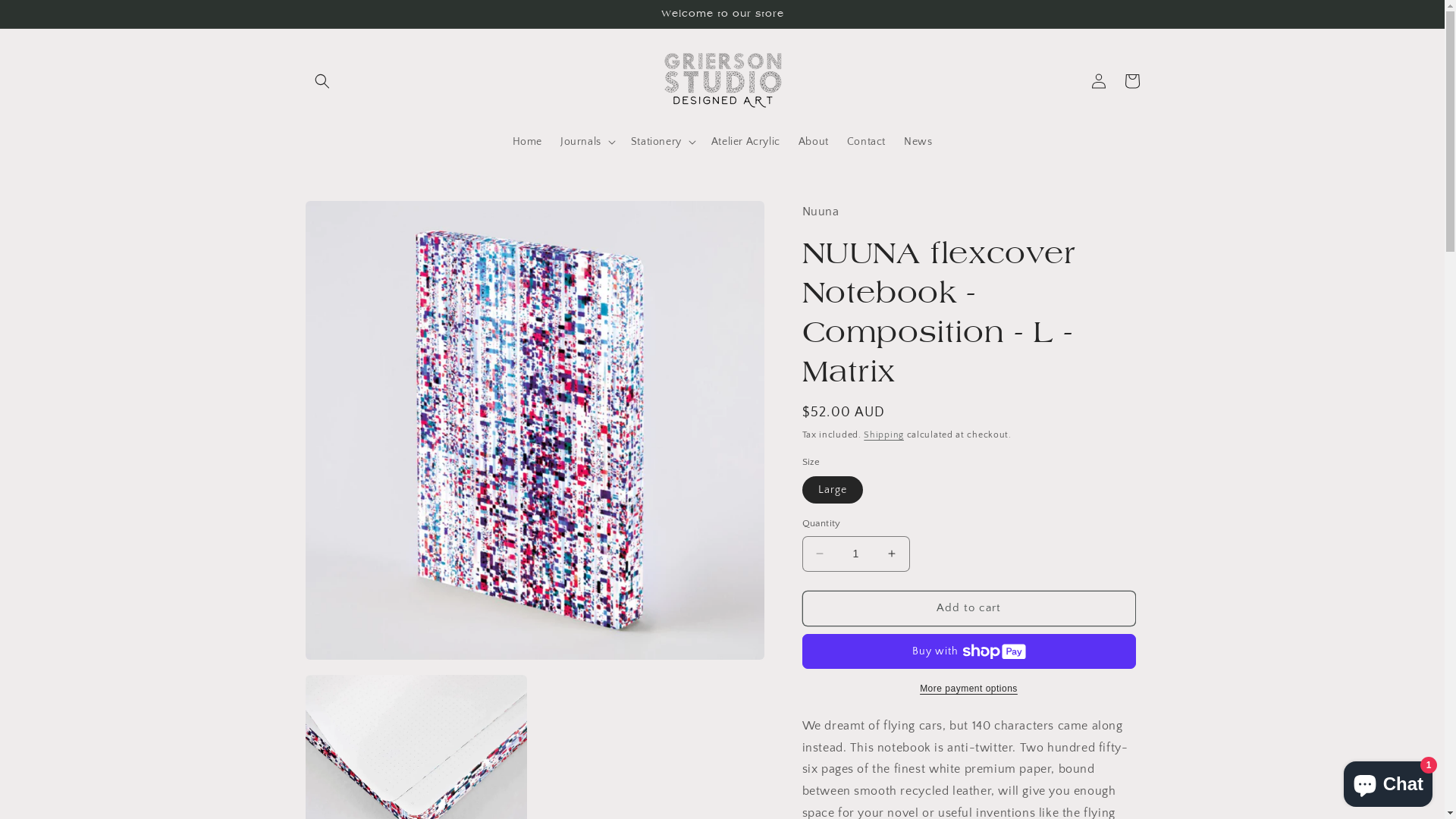  Describe the element at coordinates (1388, 780) in the screenshot. I see `'Shopify online store chat'` at that location.